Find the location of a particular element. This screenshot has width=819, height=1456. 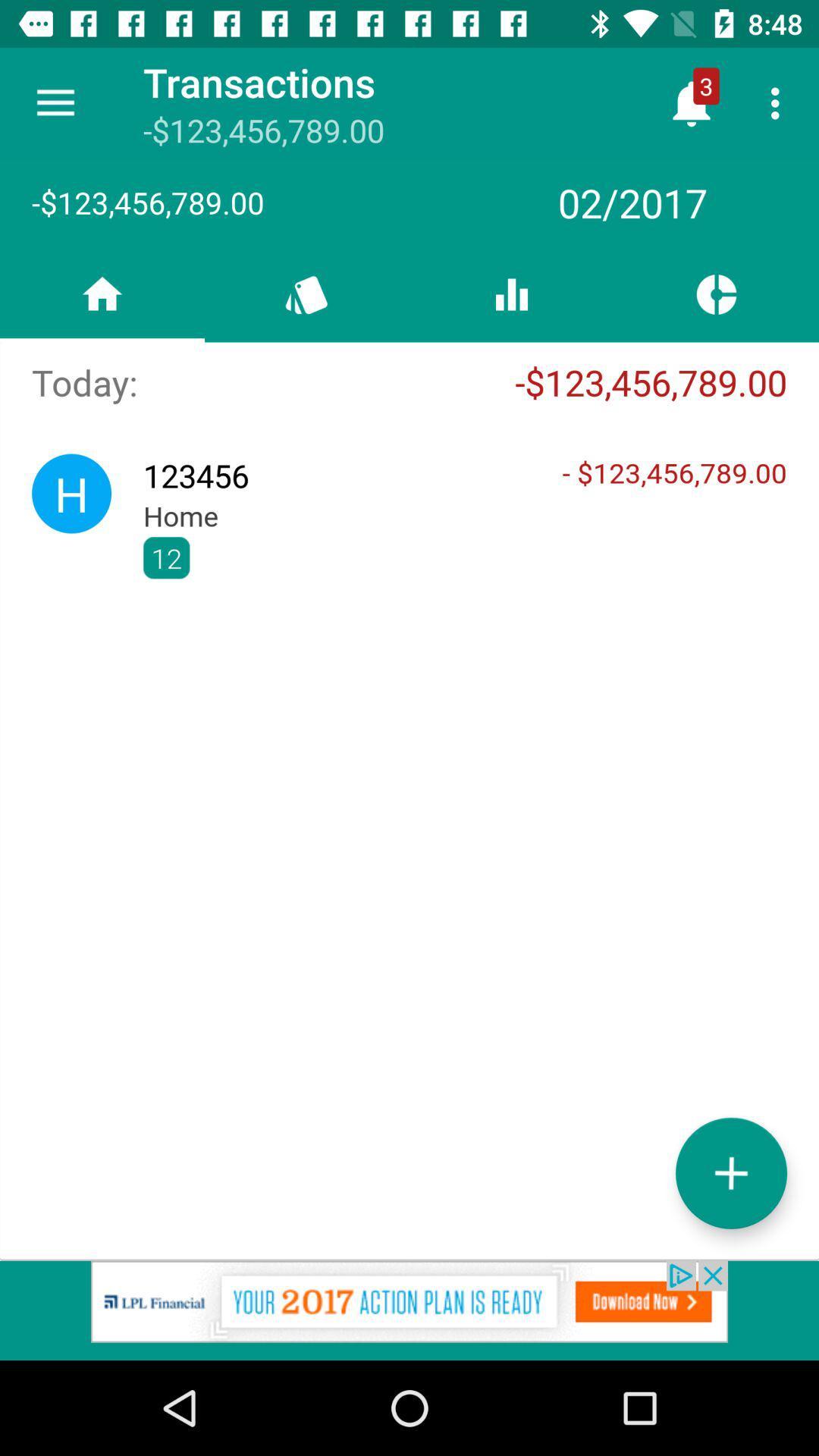

item to the left of transactions is located at coordinates (55, 102).